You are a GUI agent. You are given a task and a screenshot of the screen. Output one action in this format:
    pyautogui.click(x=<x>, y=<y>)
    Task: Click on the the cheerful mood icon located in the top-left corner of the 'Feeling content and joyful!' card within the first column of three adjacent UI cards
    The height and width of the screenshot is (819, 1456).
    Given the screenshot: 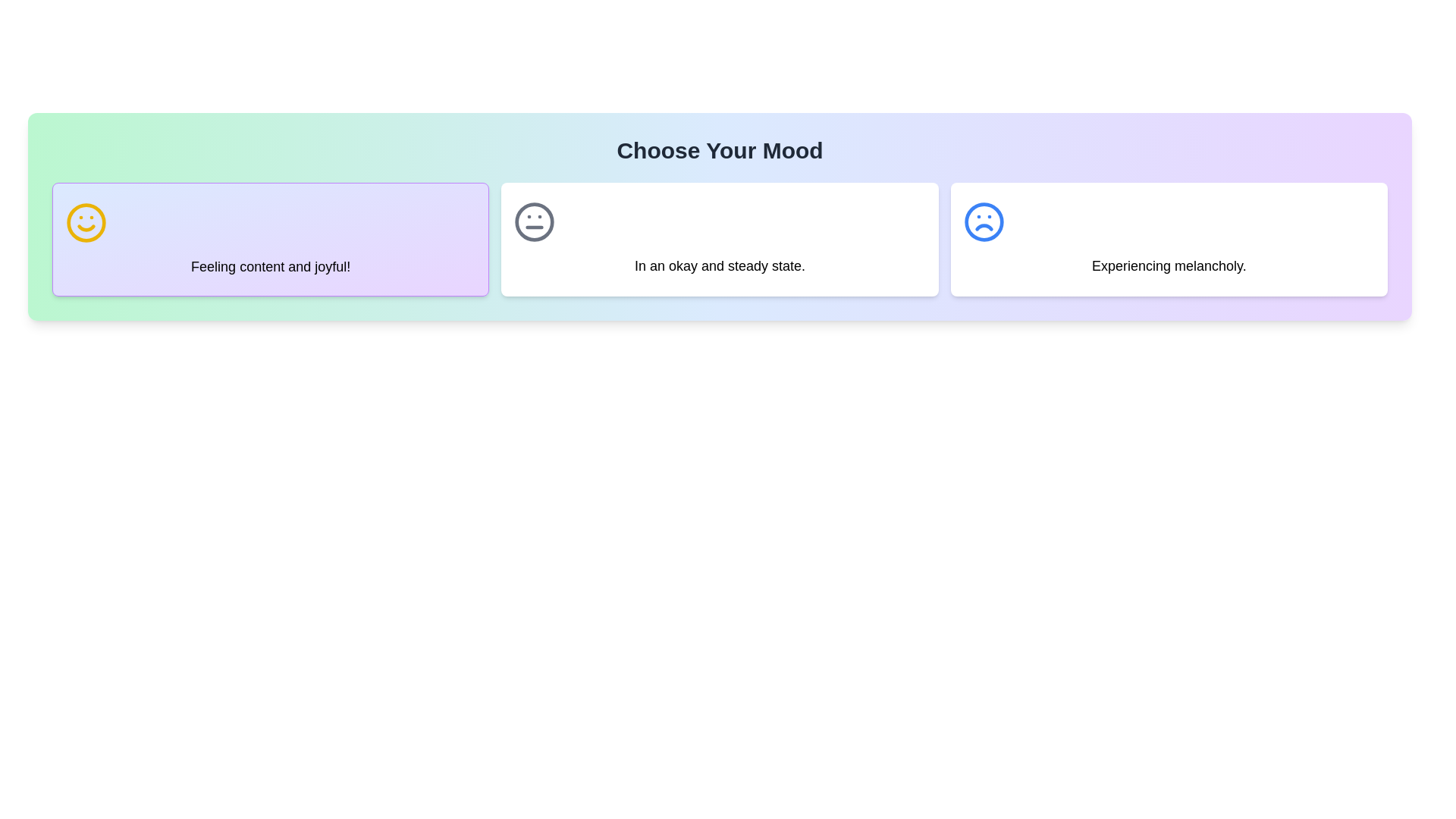 What is the action you would take?
    pyautogui.click(x=86, y=222)
    